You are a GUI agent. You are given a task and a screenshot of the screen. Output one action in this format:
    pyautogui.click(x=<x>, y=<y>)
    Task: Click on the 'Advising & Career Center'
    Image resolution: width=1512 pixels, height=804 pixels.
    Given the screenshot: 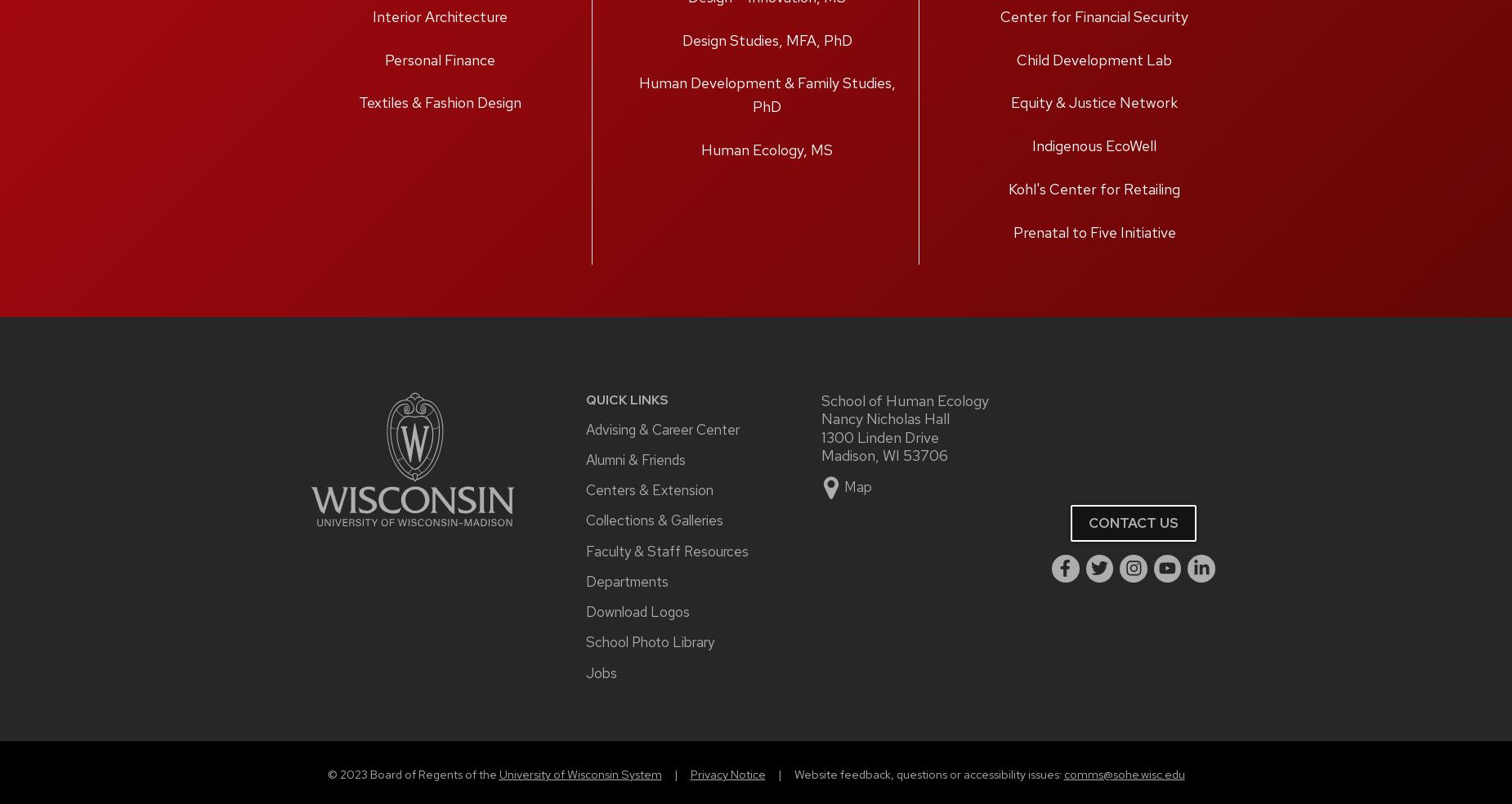 What is the action you would take?
    pyautogui.click(x=663, y=427)
    